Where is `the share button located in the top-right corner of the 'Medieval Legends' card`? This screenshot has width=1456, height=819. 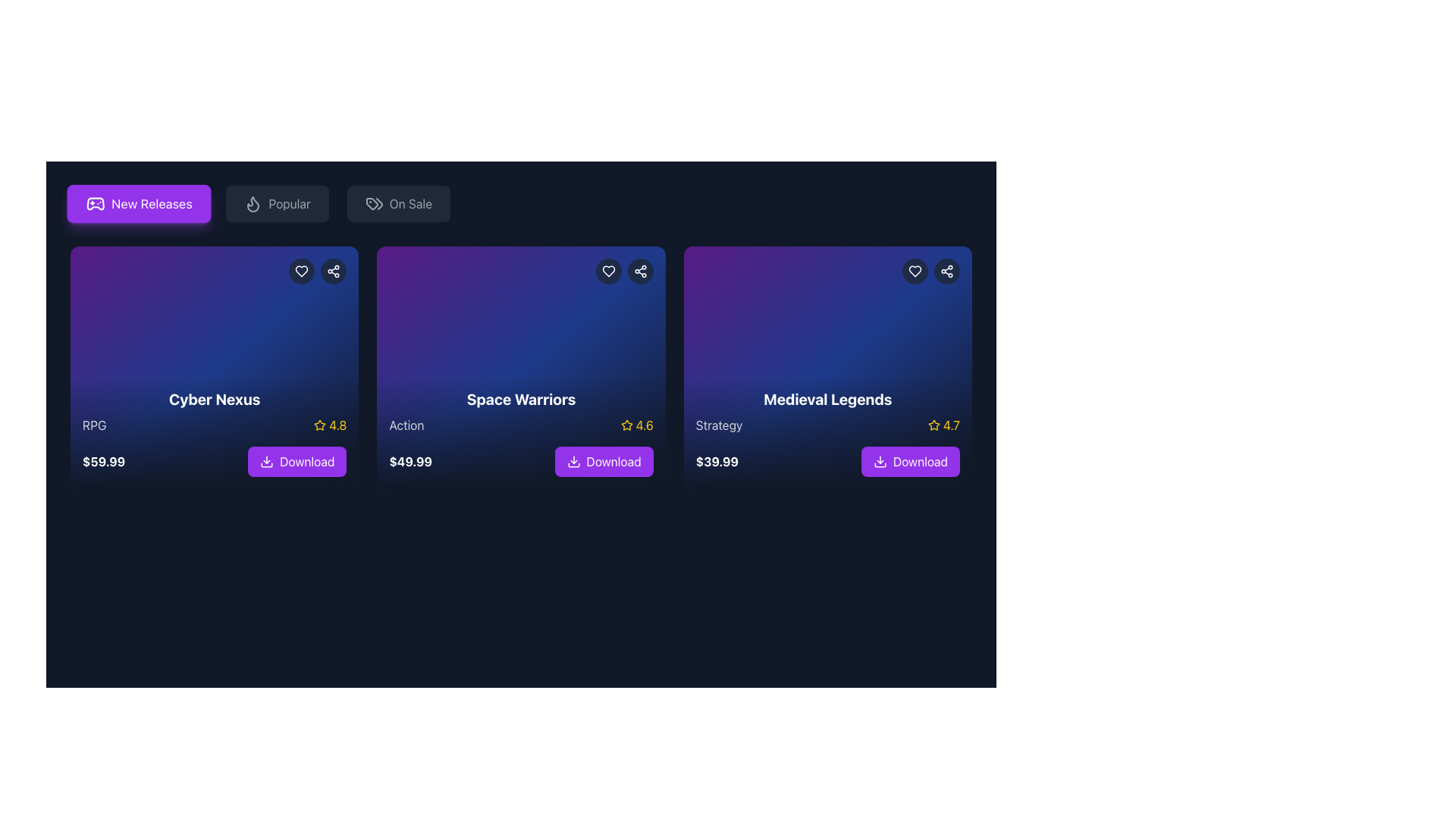 the share button located in the top-right corner of the 'Medieval Legends' card is located at coordinates (946, 271).